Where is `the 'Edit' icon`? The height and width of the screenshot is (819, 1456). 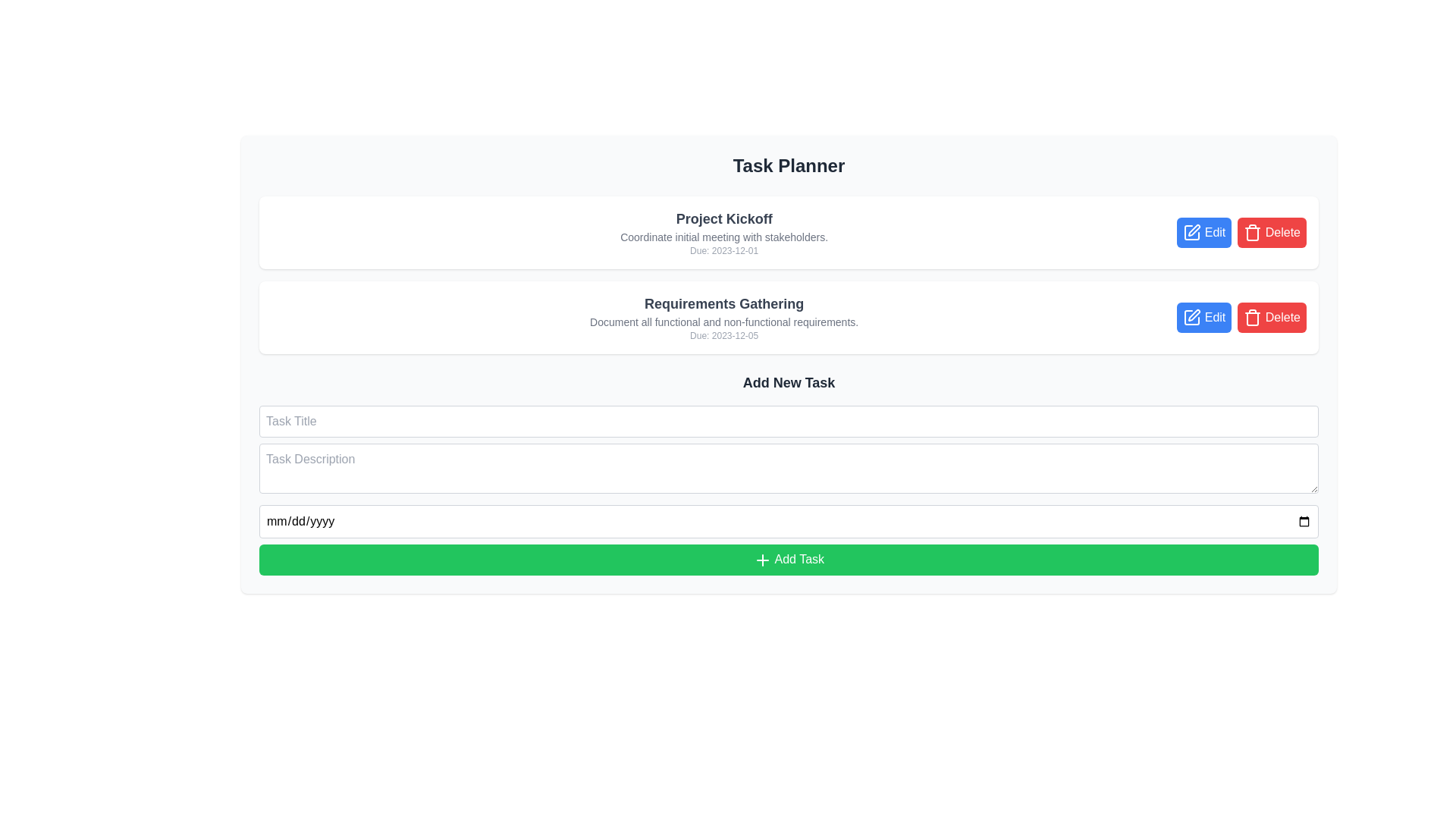
the 'Edit' icon is located at coordinates (1191, 233).